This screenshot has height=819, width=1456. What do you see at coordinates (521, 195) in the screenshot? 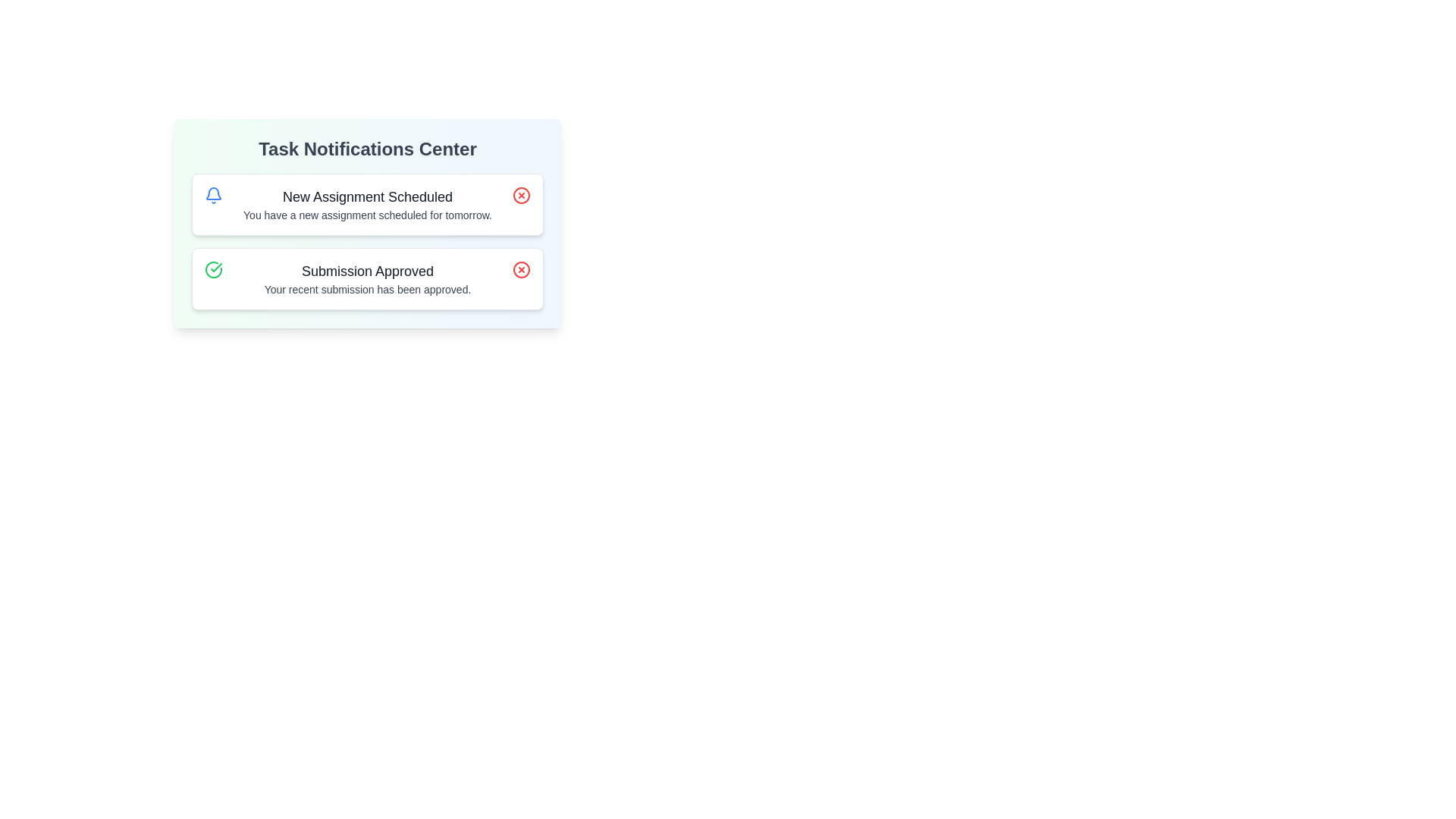
I see `the close button for the notification titled 'New Assignment Scheduled'` at bounding box center [521, 195].